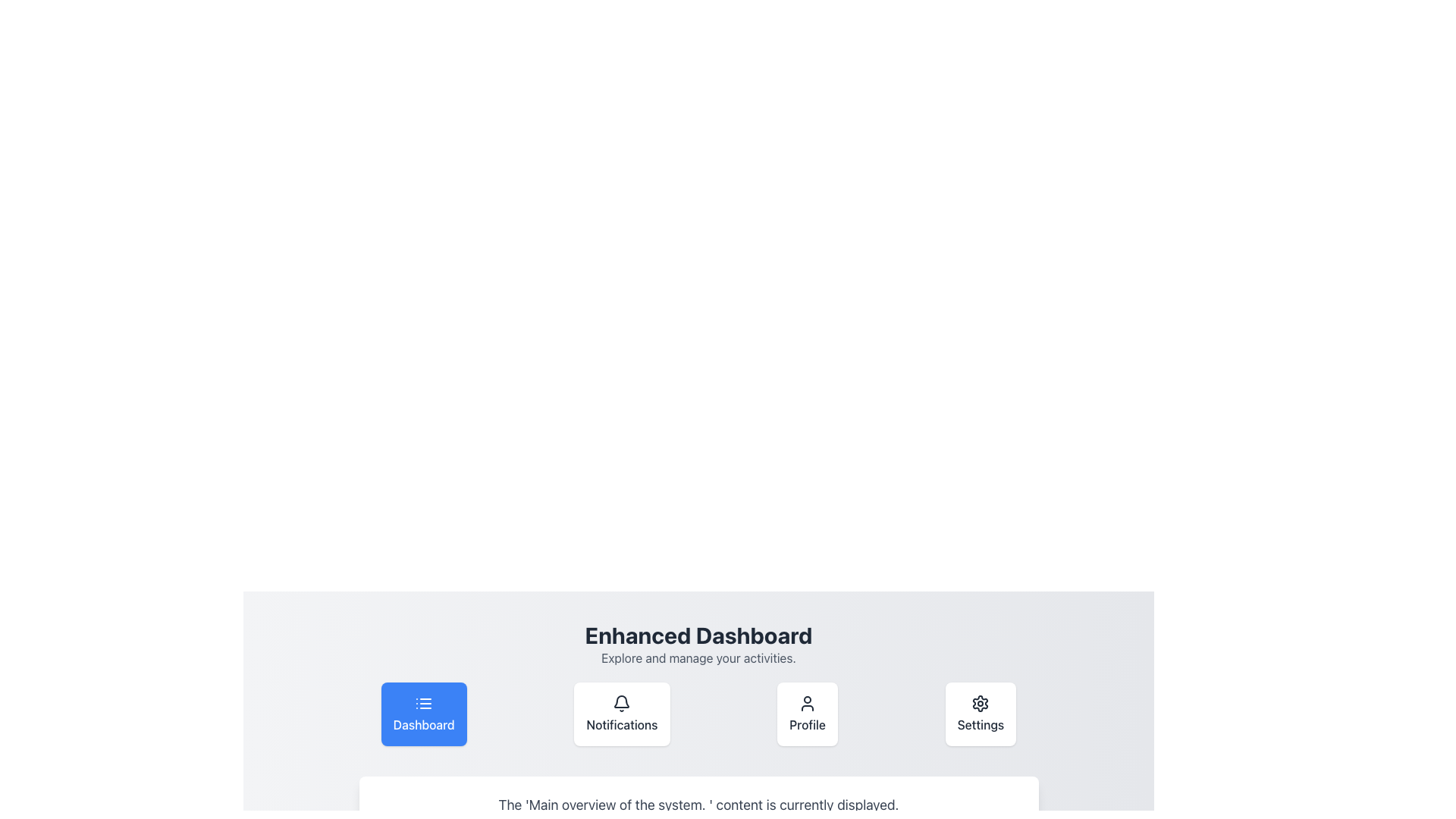  Describe the element at coordinates (980, 704) in the screenshot. I see `the settings icon located at the bottom-right of the interface, adjacent to the 'Profile' option` at that location.